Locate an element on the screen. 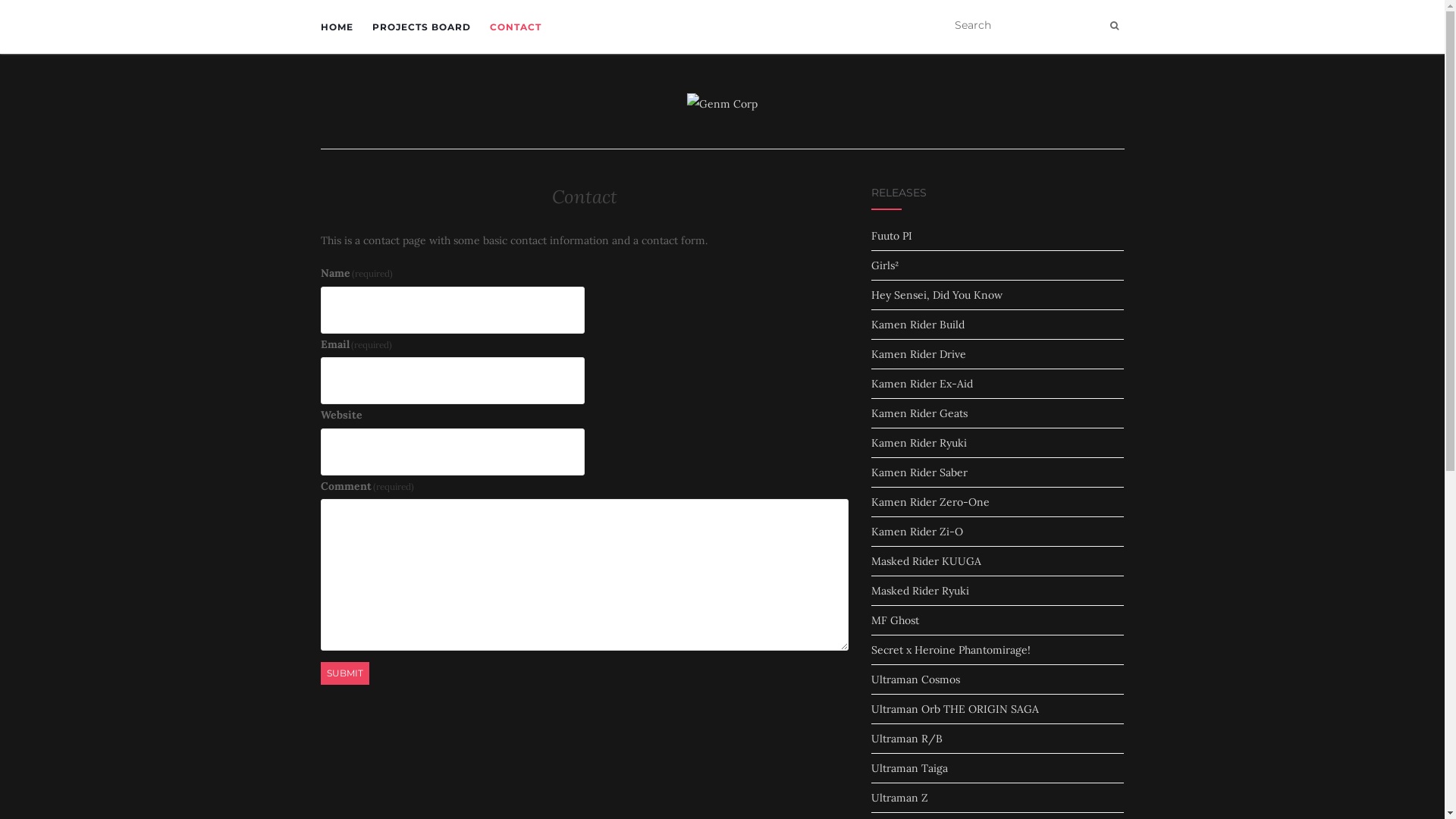 This screenshot has width=1456, height=819. 'Kamen Rider Saber' is located at coordinates (918, 472).